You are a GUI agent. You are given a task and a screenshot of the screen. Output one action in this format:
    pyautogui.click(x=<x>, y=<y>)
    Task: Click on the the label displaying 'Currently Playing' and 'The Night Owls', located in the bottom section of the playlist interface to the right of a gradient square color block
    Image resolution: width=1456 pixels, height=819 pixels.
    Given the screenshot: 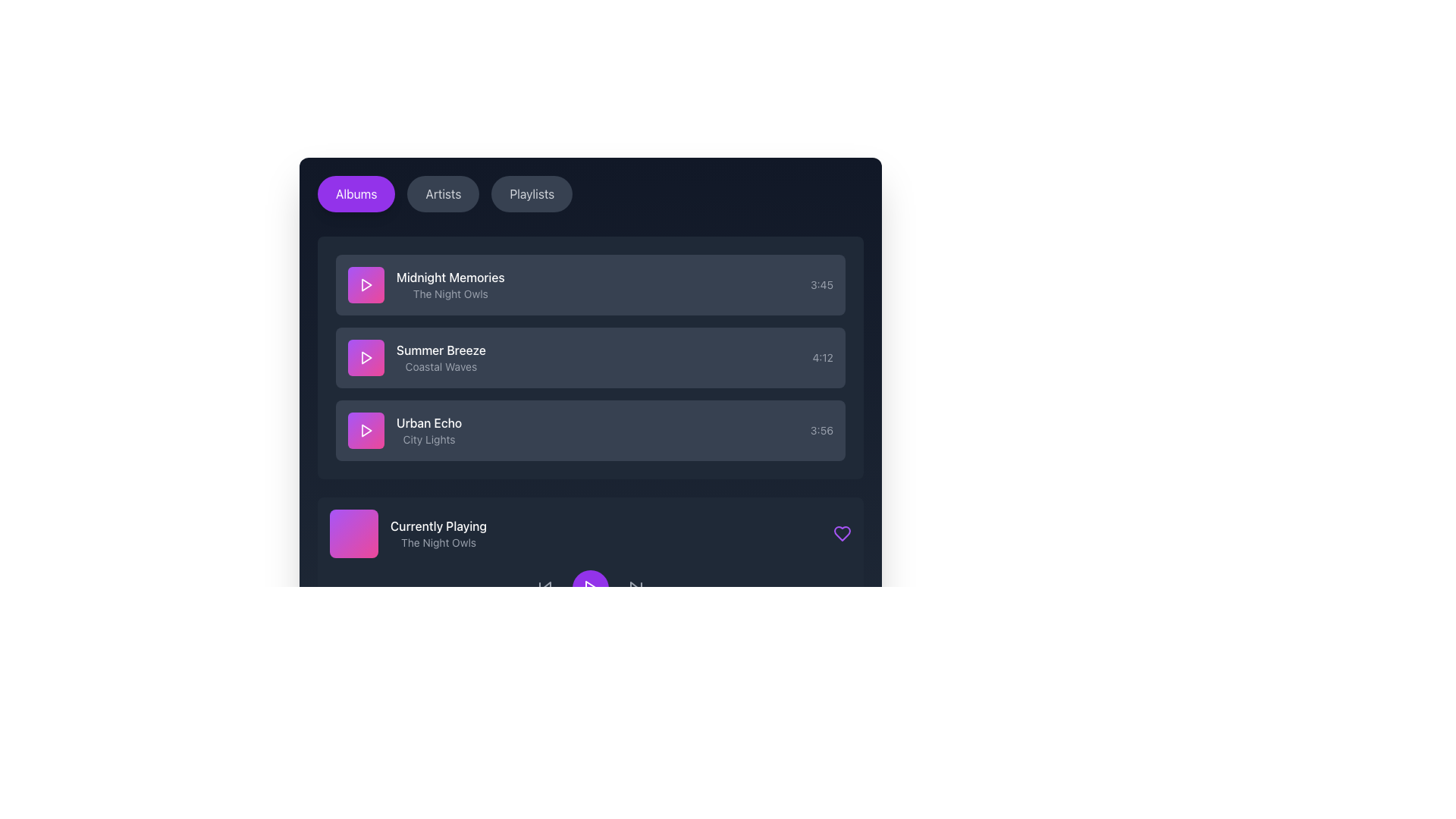 What is the action you would take?
    pyautogui.click(x=438, y=533)
    